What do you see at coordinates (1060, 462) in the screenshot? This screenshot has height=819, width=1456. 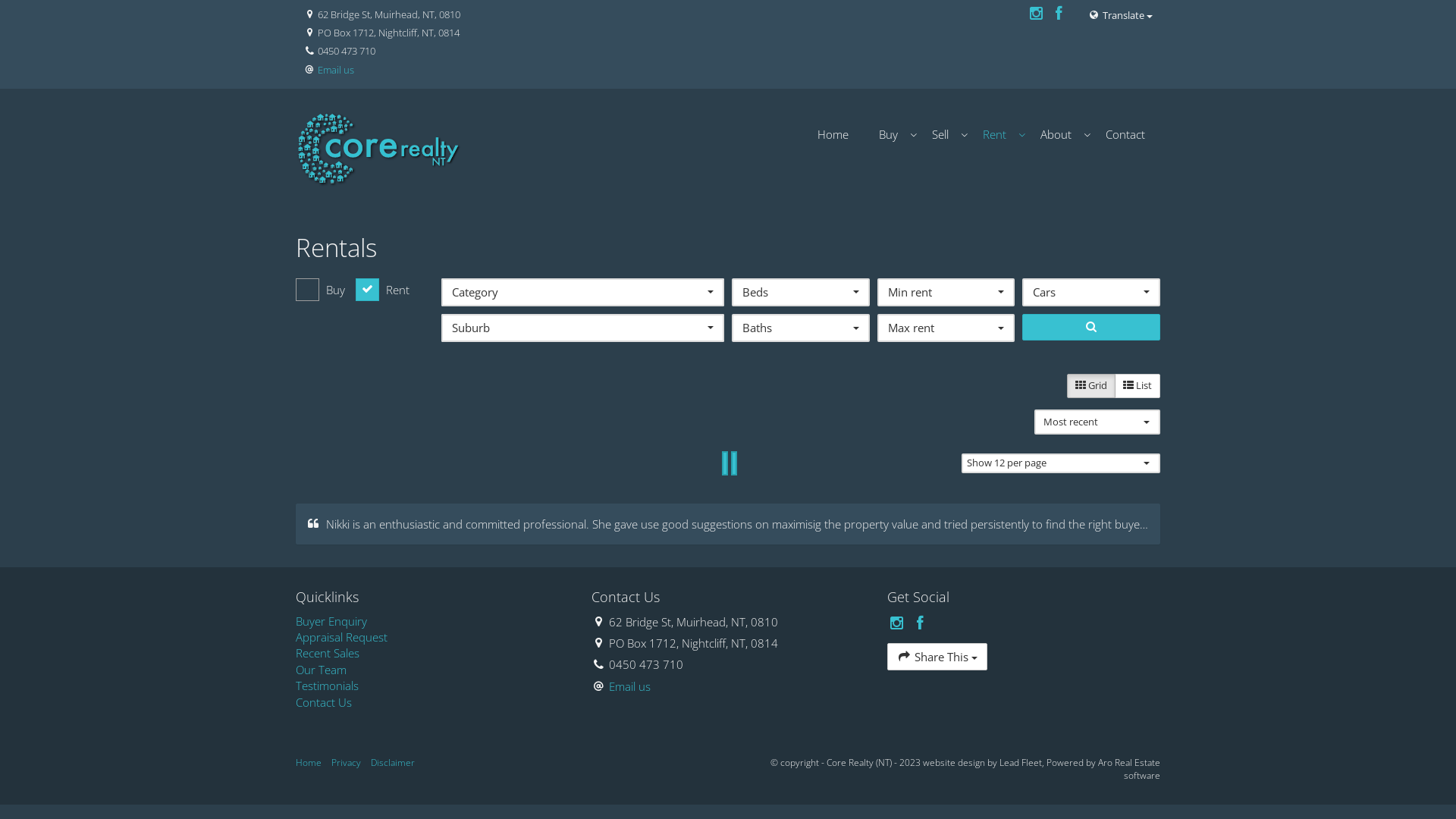 I see `'Show 12 per page` at bounding box center [1060, 462].